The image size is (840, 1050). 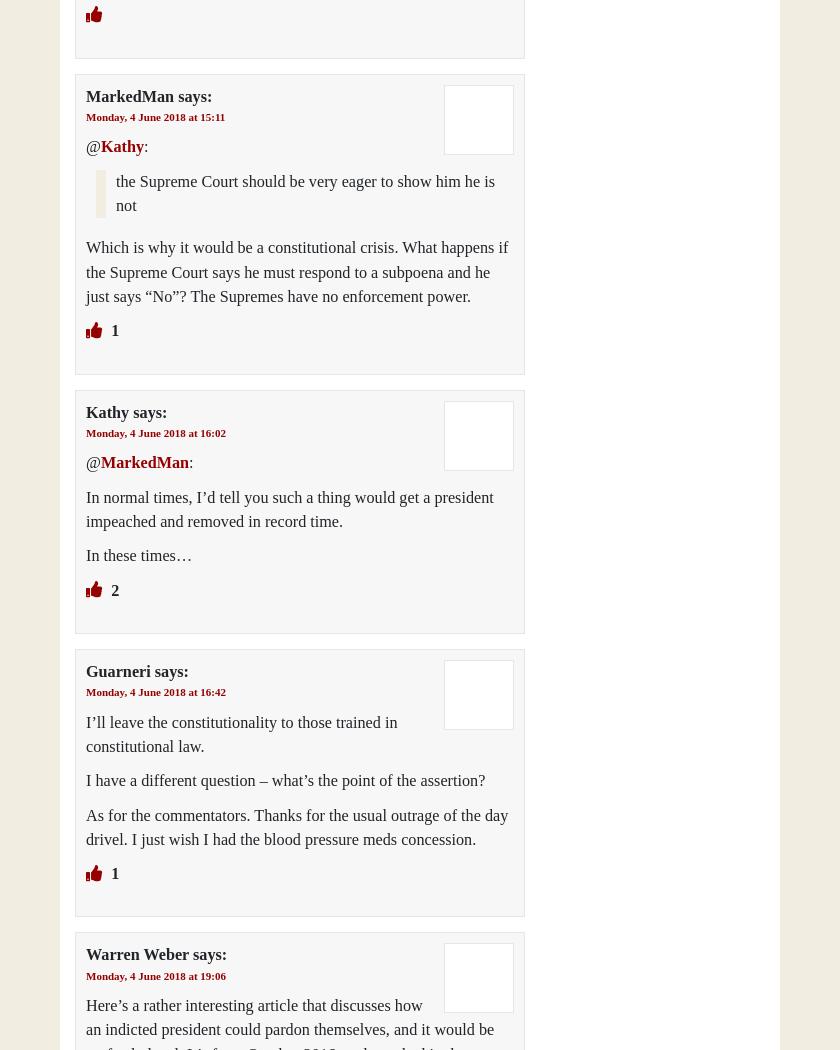 I want to click on 'the Supreme Court should be very eager to show him he is not', so click(x=305, y=192).